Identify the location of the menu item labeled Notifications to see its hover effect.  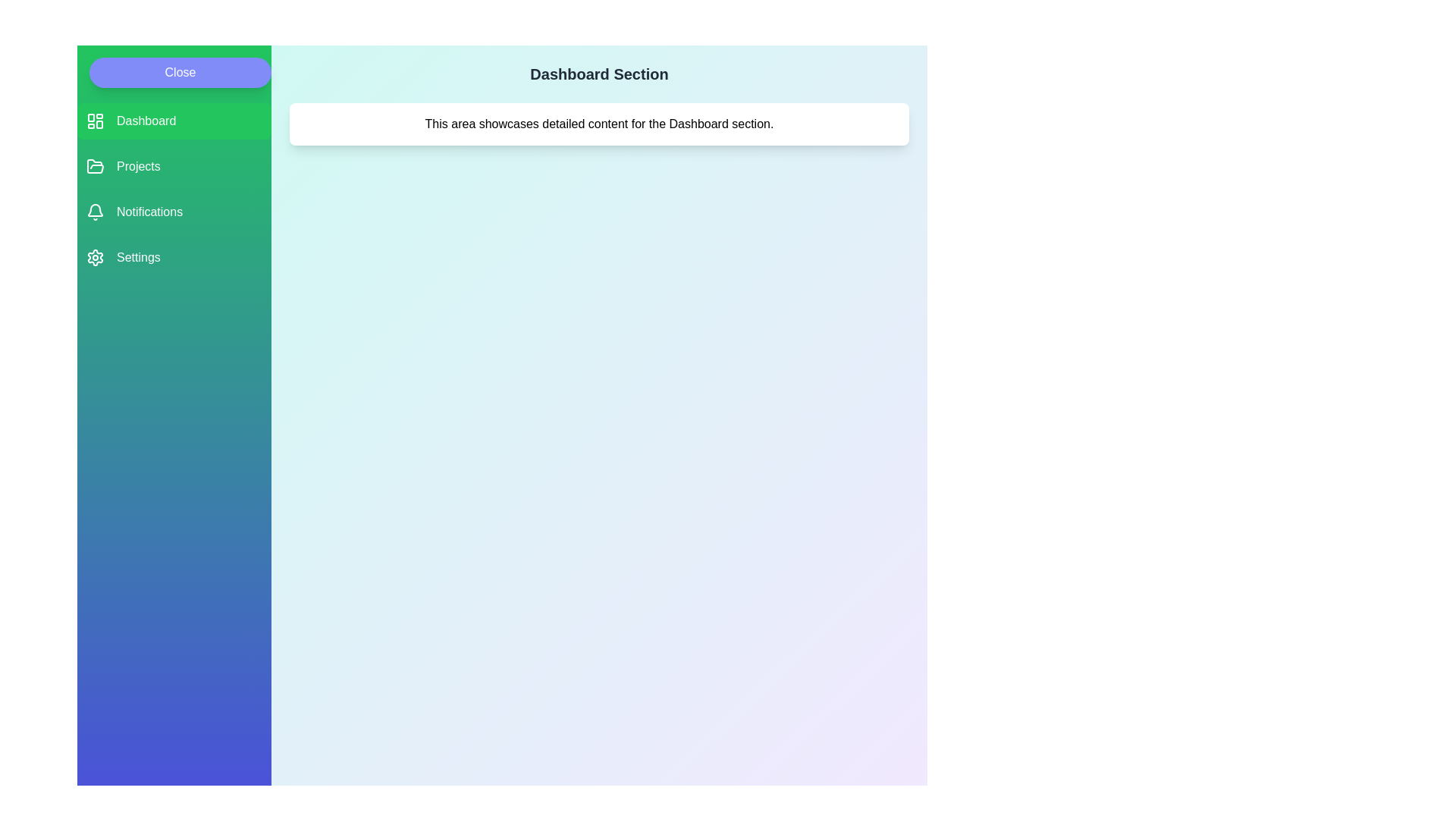
(174, 212).